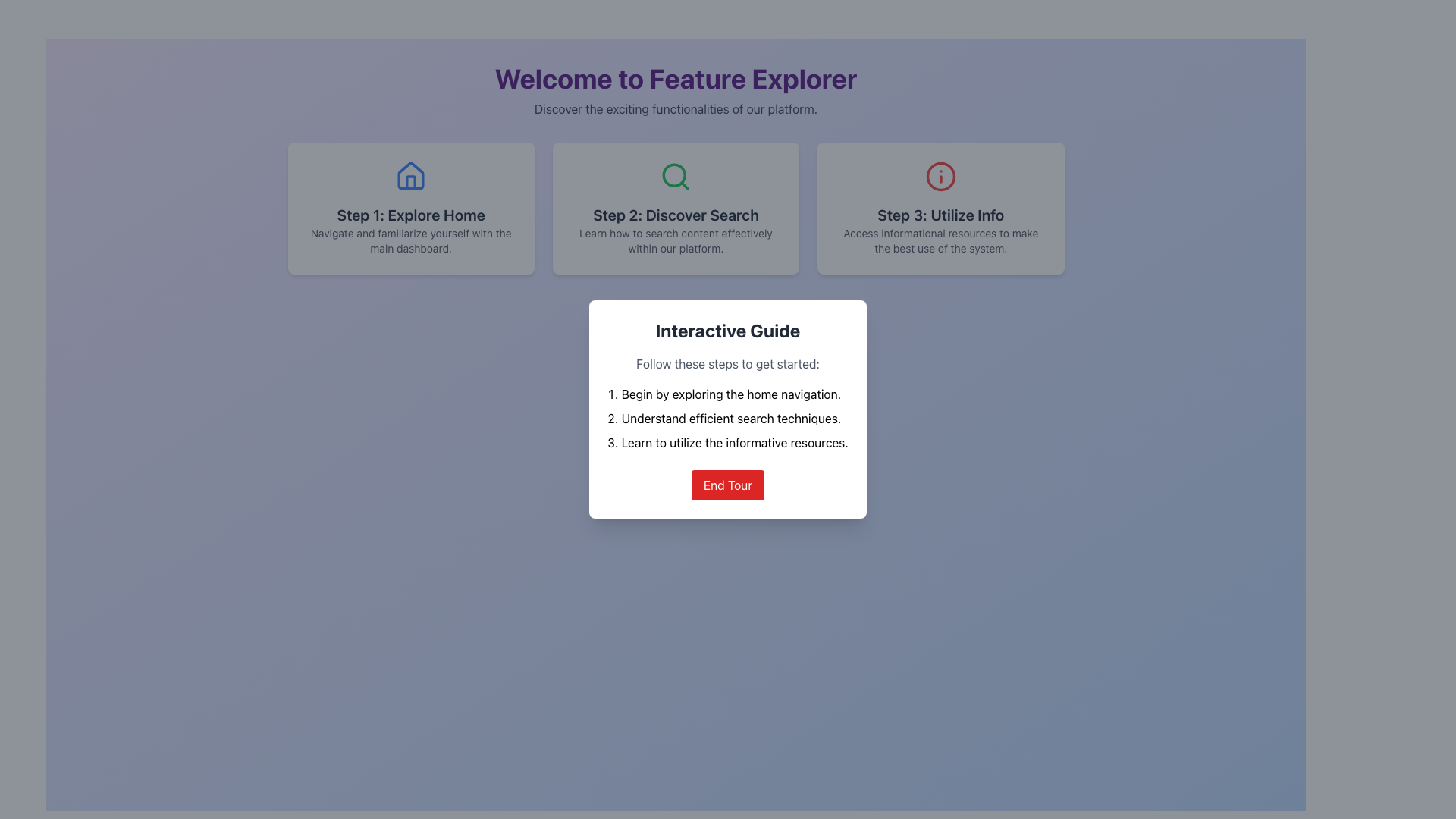 The height and width of the screenshot is (819, 1456). I want to click on the text header that states 'Welcome to Feature Explorer' and the descriptive text below it, so click(675, 90).